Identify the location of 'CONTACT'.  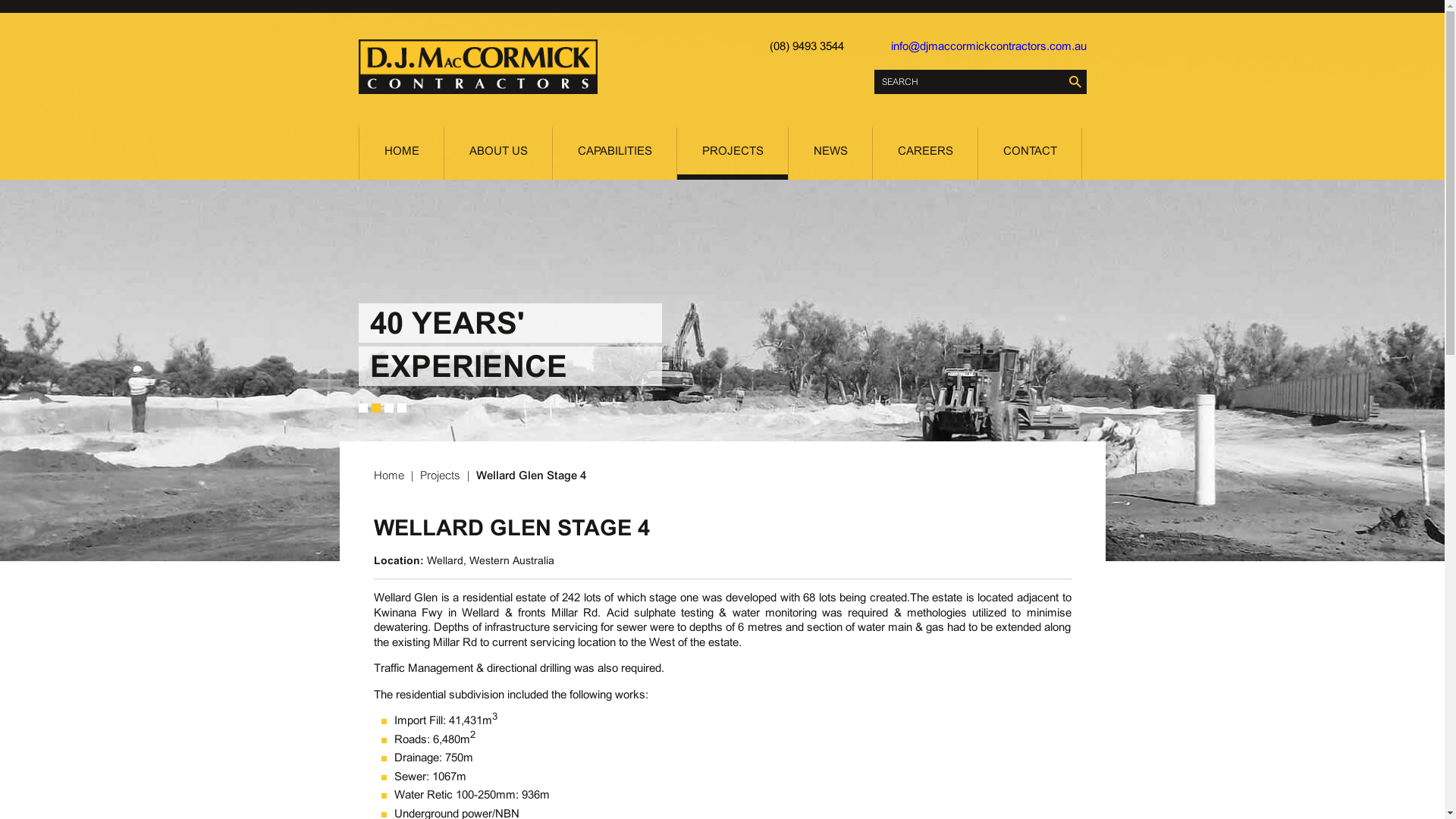
(1030, 153).